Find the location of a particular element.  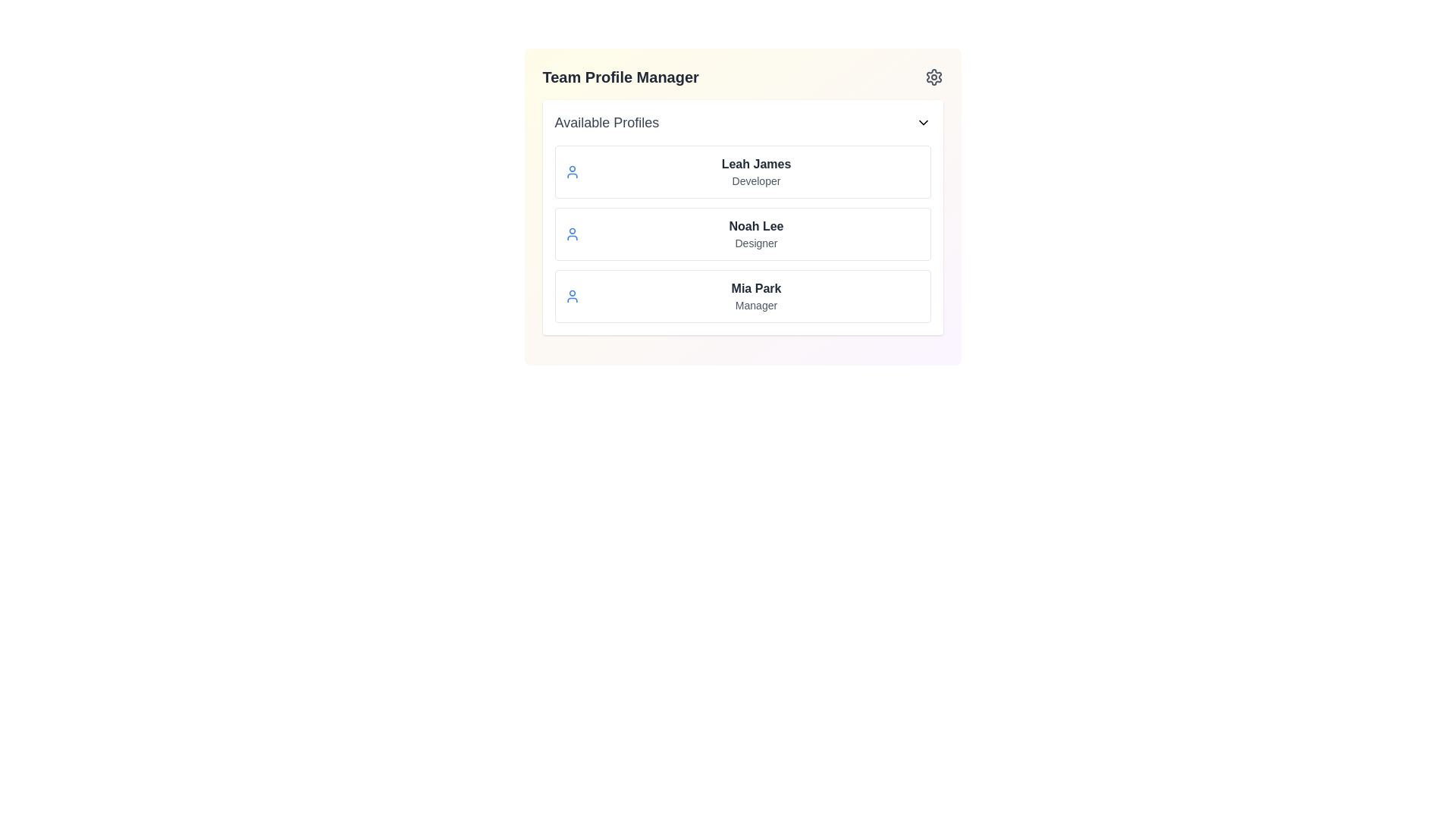

the label displaying the name 'Noah Lee', which is styled in bold gray text and located in the second profile entry is located at coordinates (756, 227).